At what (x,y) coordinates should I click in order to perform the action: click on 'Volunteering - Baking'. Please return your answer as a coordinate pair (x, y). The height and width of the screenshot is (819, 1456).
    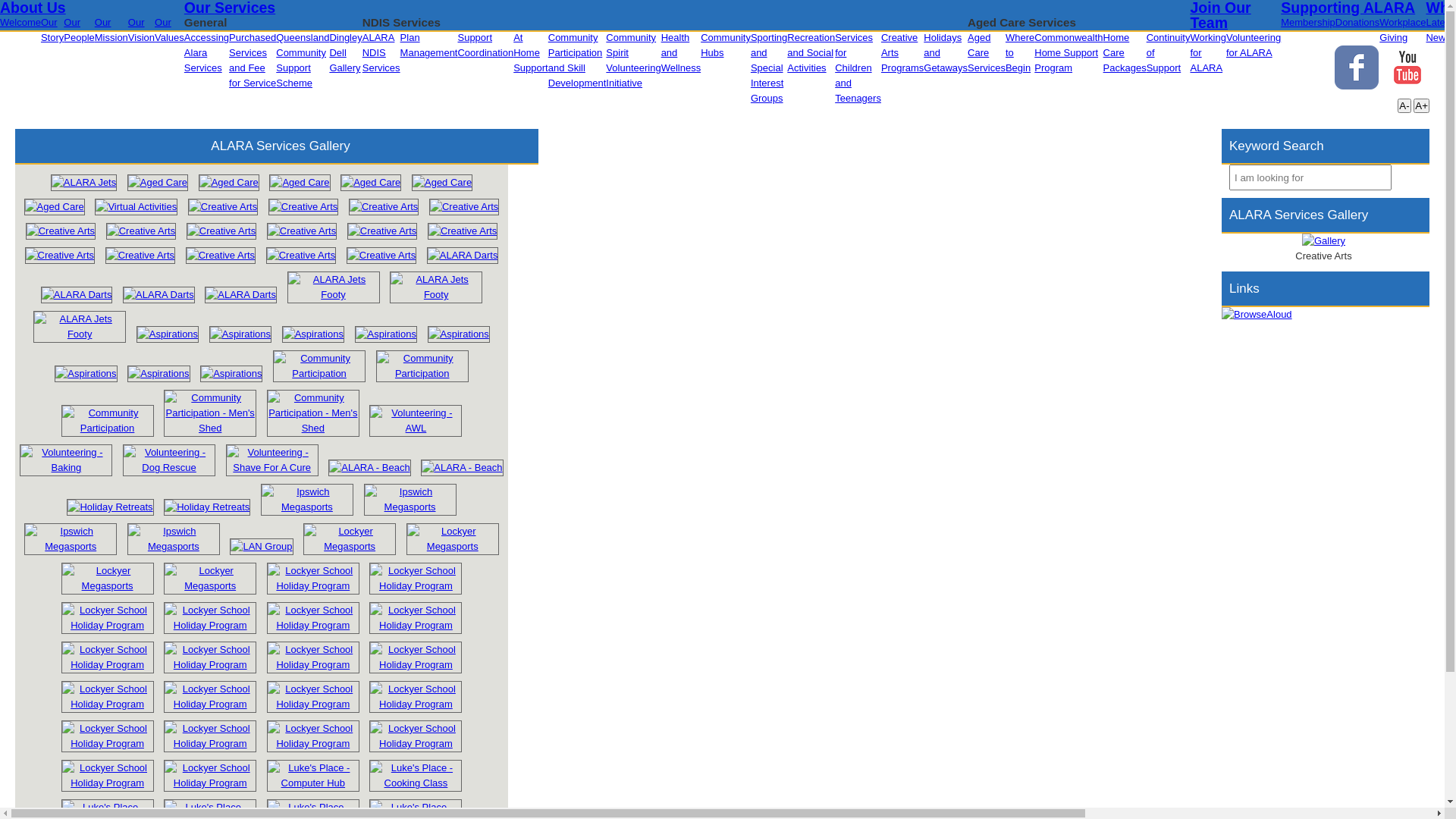
    Looking at the image, I should click on (15, 466).